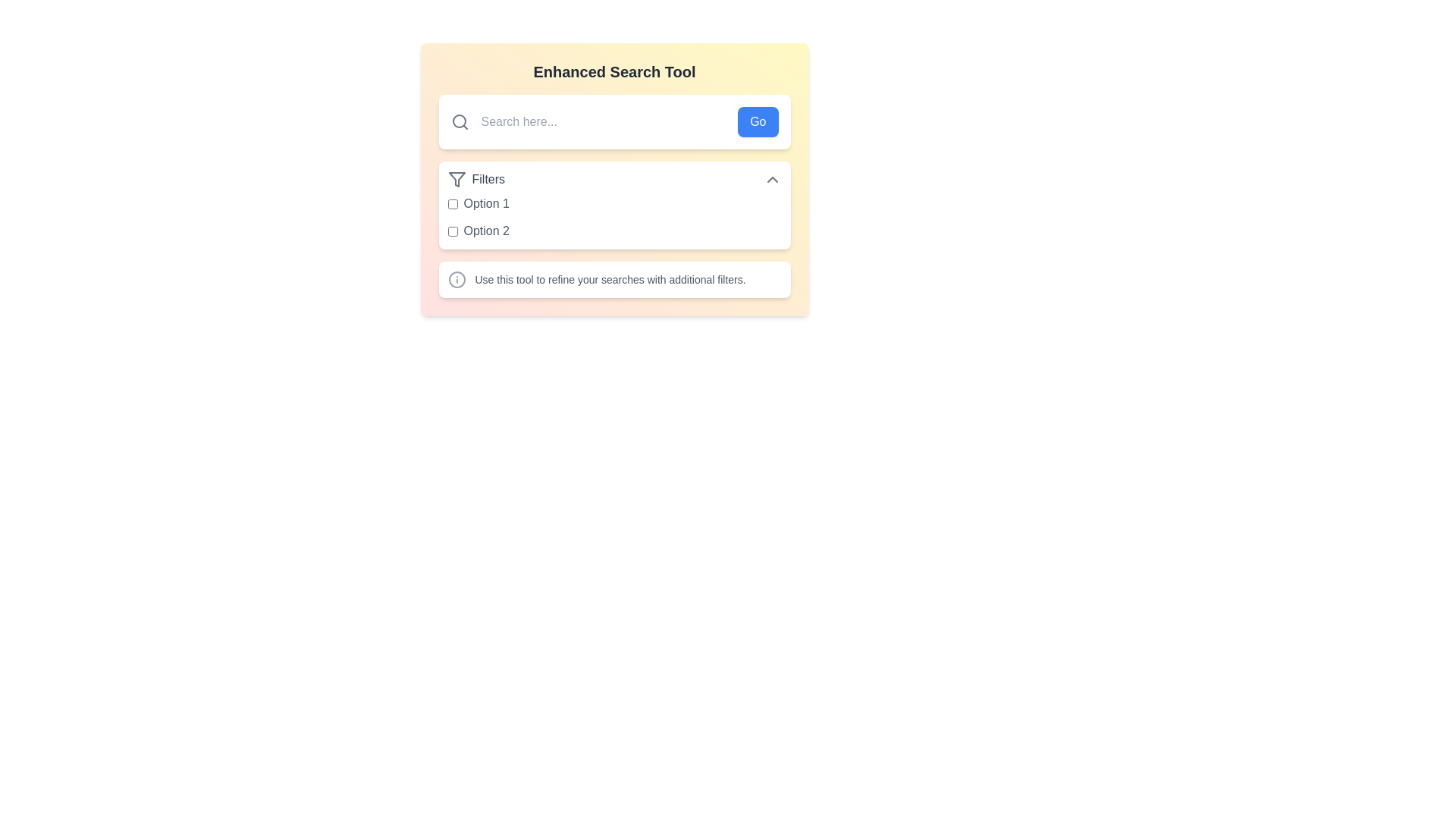  Describe the element at coordinates (488, 178) in the screenshot. I see `text label that indicates the purpose of the associated filter options, located in the upper section of the settings panel, to the right of the filter icon` at that location.